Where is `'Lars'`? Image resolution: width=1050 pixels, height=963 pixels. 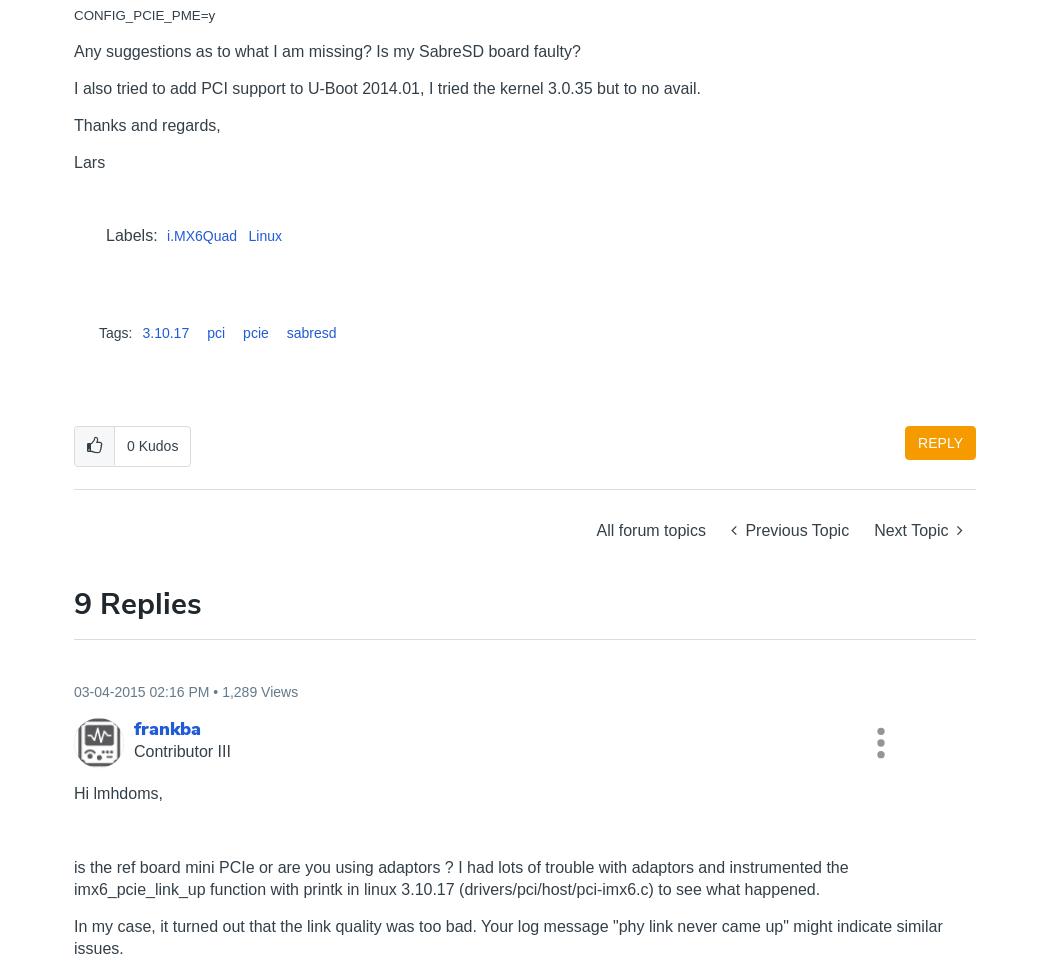
'Lars' is located at coordinates (89, 162).